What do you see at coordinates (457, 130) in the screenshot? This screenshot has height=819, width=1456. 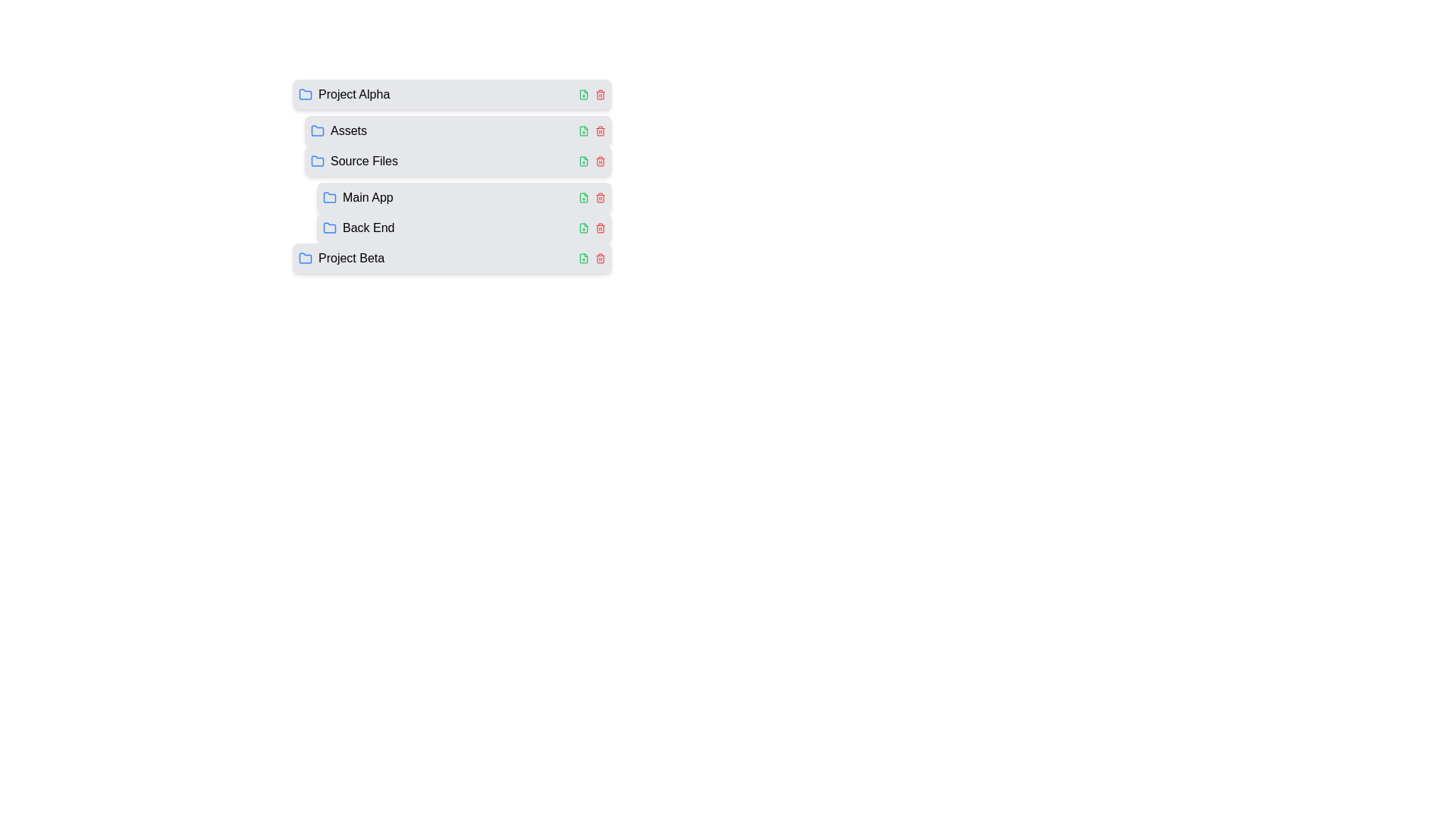 I see `the 'Assets' folder item located` at bounding box center [457, 130].